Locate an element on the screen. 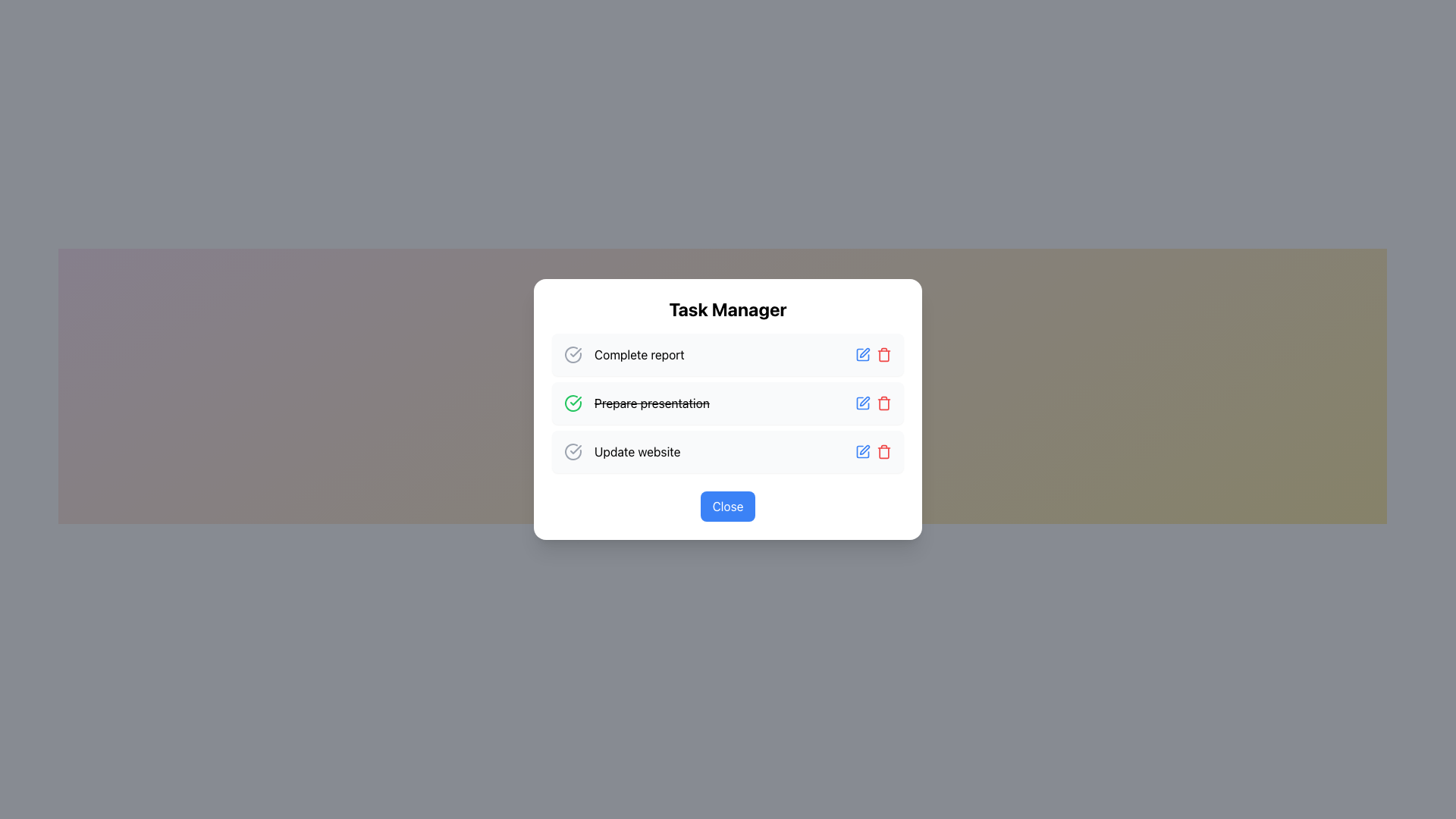  the trash can icon's main body element, which is a vertical rectangle styled with a thin border and no fill, located to the right of 'Prepare presentation' in the task list is located at coordinates (884, 403).